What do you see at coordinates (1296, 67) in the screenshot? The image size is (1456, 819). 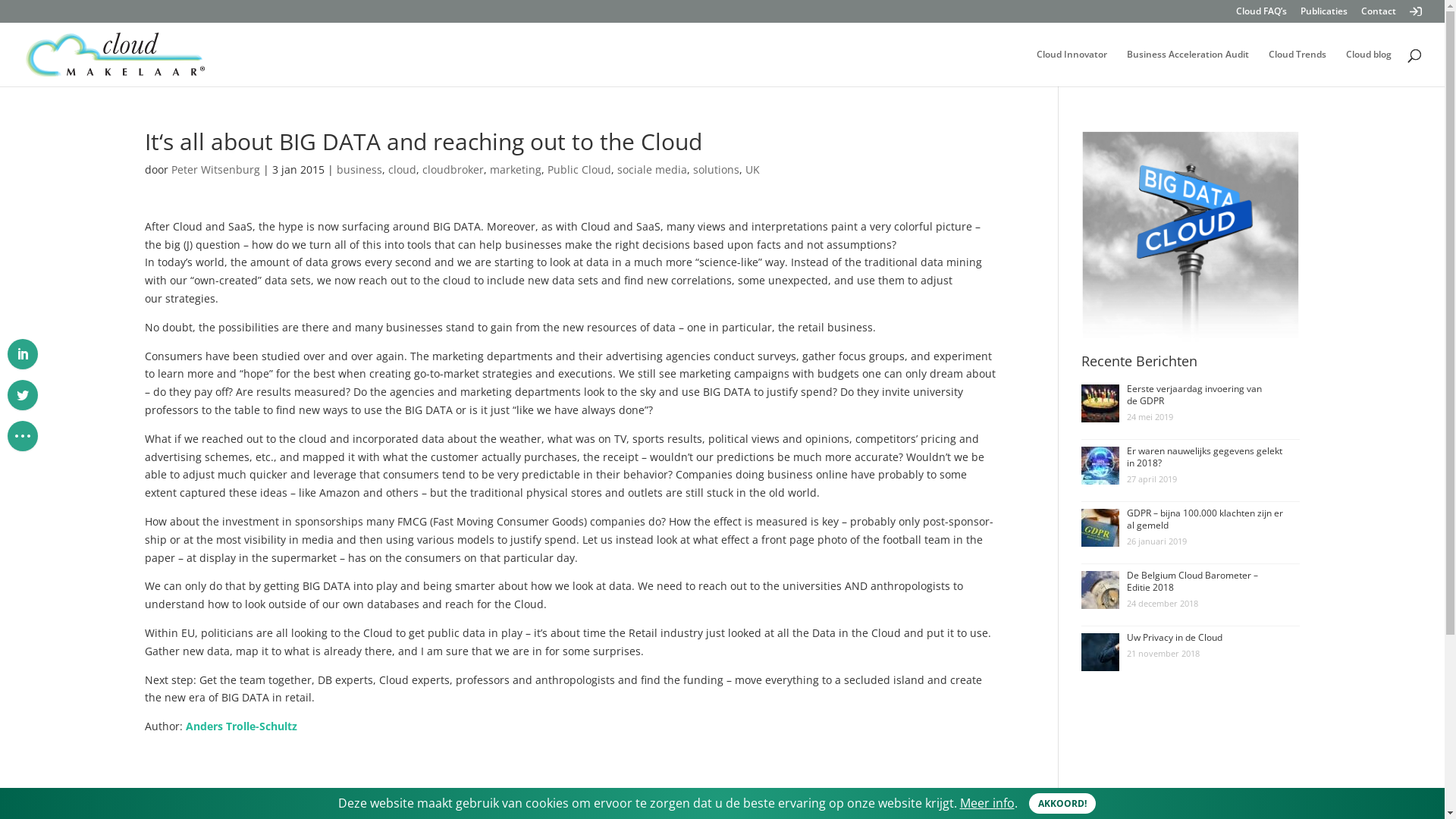 I see `'Cloud Trends'` at bounding box center [1296, 67].